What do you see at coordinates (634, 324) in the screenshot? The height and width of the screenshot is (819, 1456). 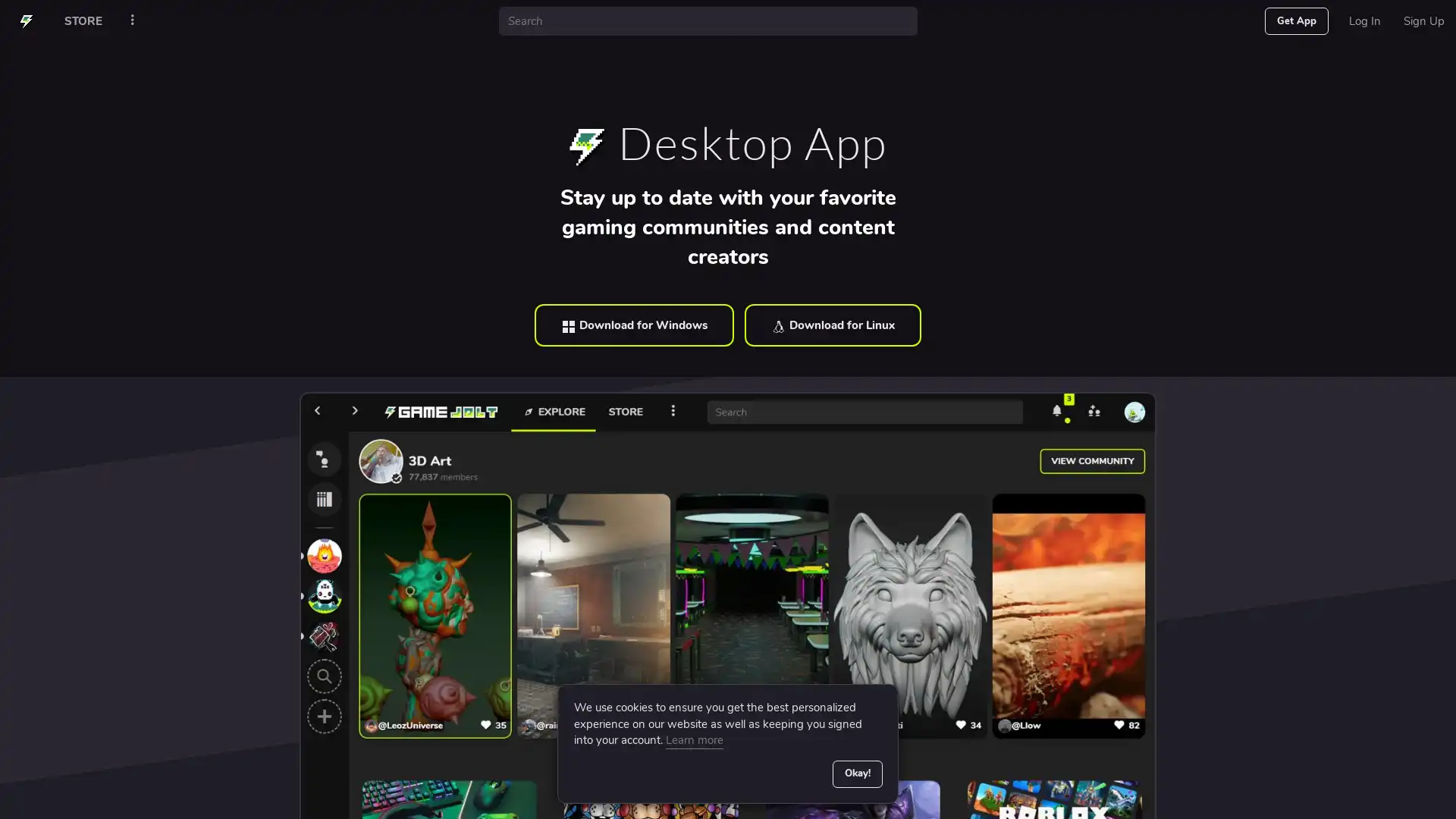 I see `Download for Windows` at bounding box center [634, 324].